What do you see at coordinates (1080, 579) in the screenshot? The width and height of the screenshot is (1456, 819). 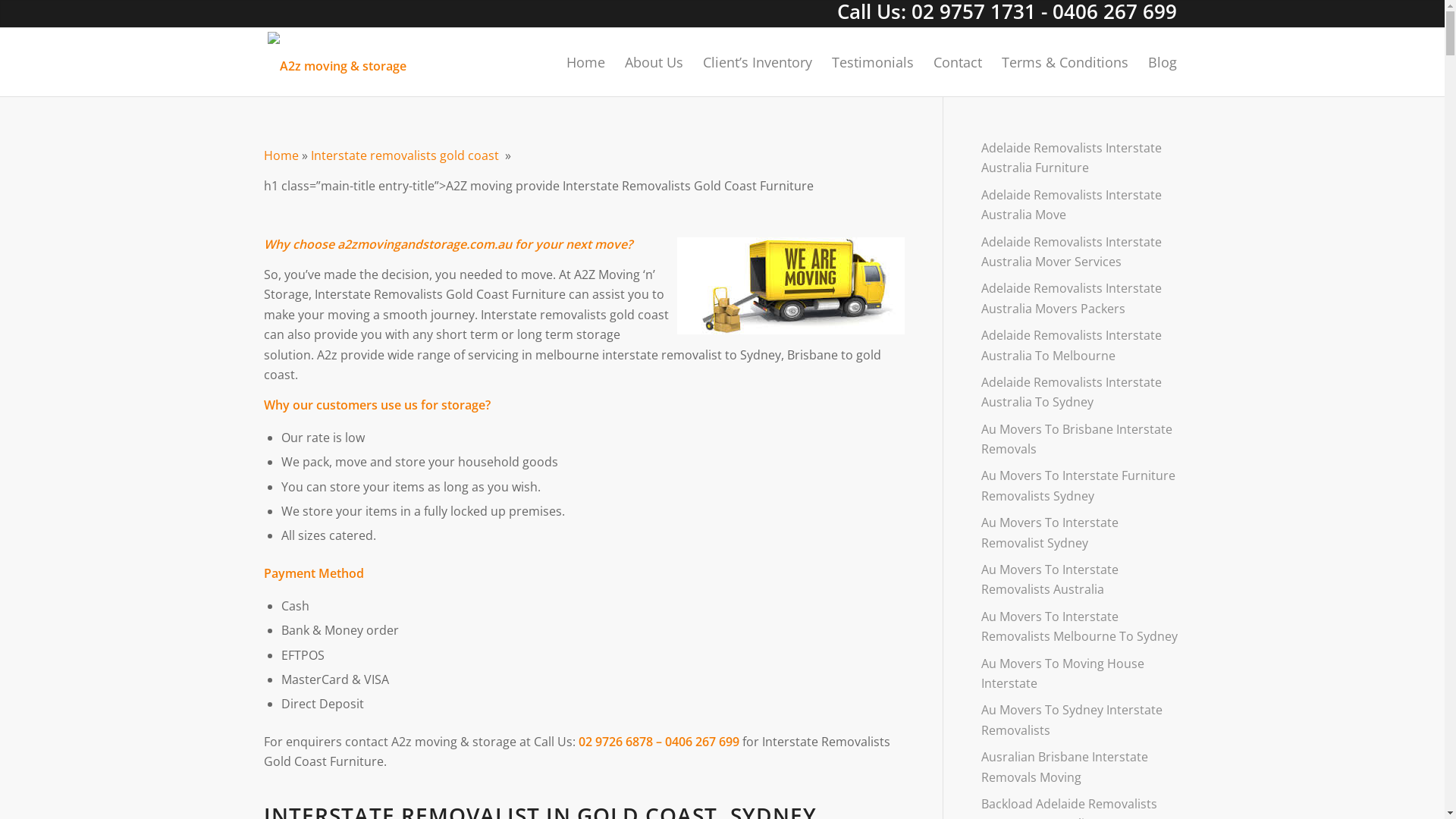 I see `'Au Movers To Interstate Removalists Australia'` at bounding box center [1080, 579].